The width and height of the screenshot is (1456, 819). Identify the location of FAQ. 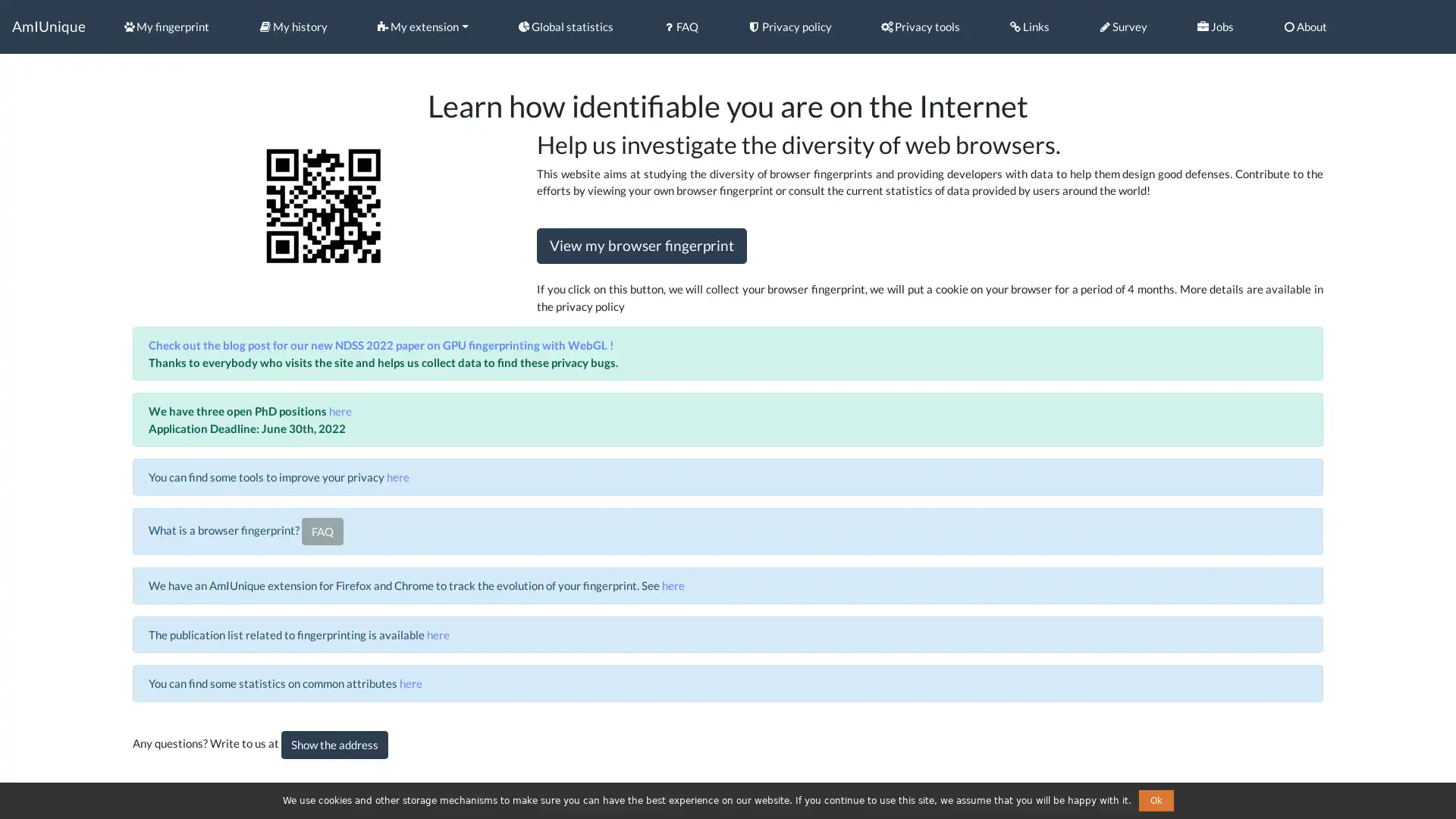
(321, 530).